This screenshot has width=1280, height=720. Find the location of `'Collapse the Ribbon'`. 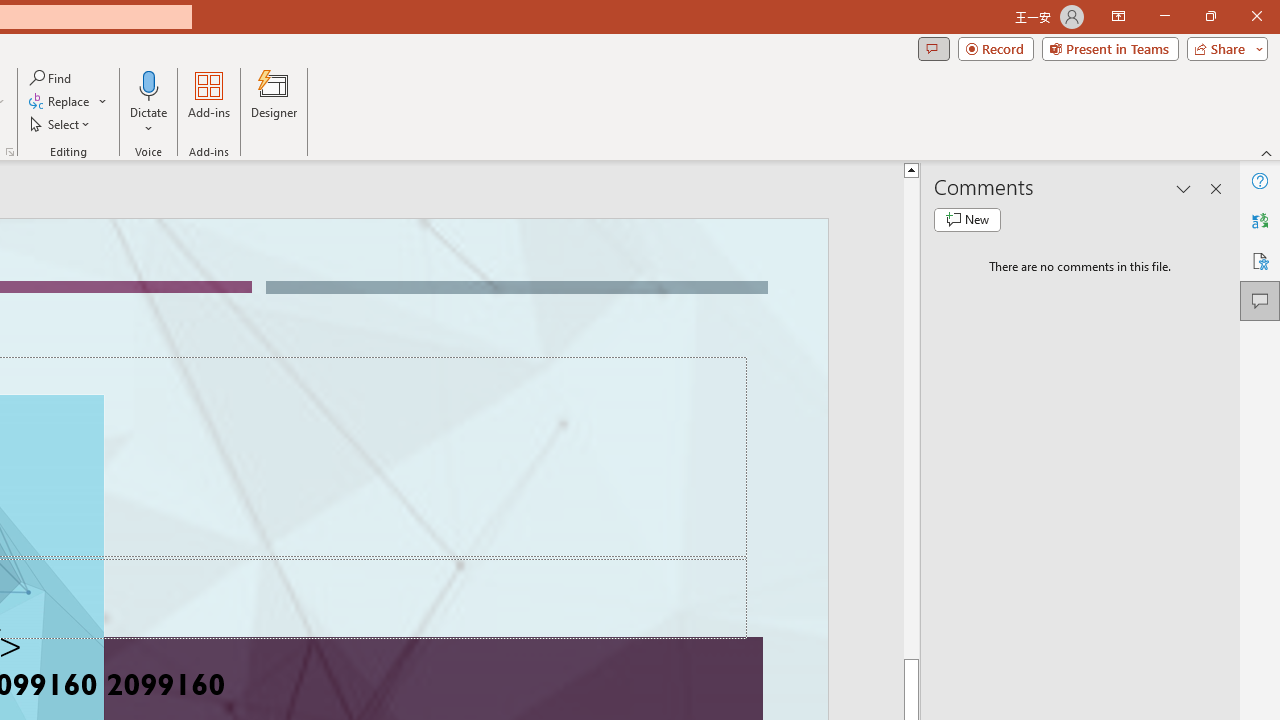

'Collapse the Ribbon' is located at coordinates (1266, 152).